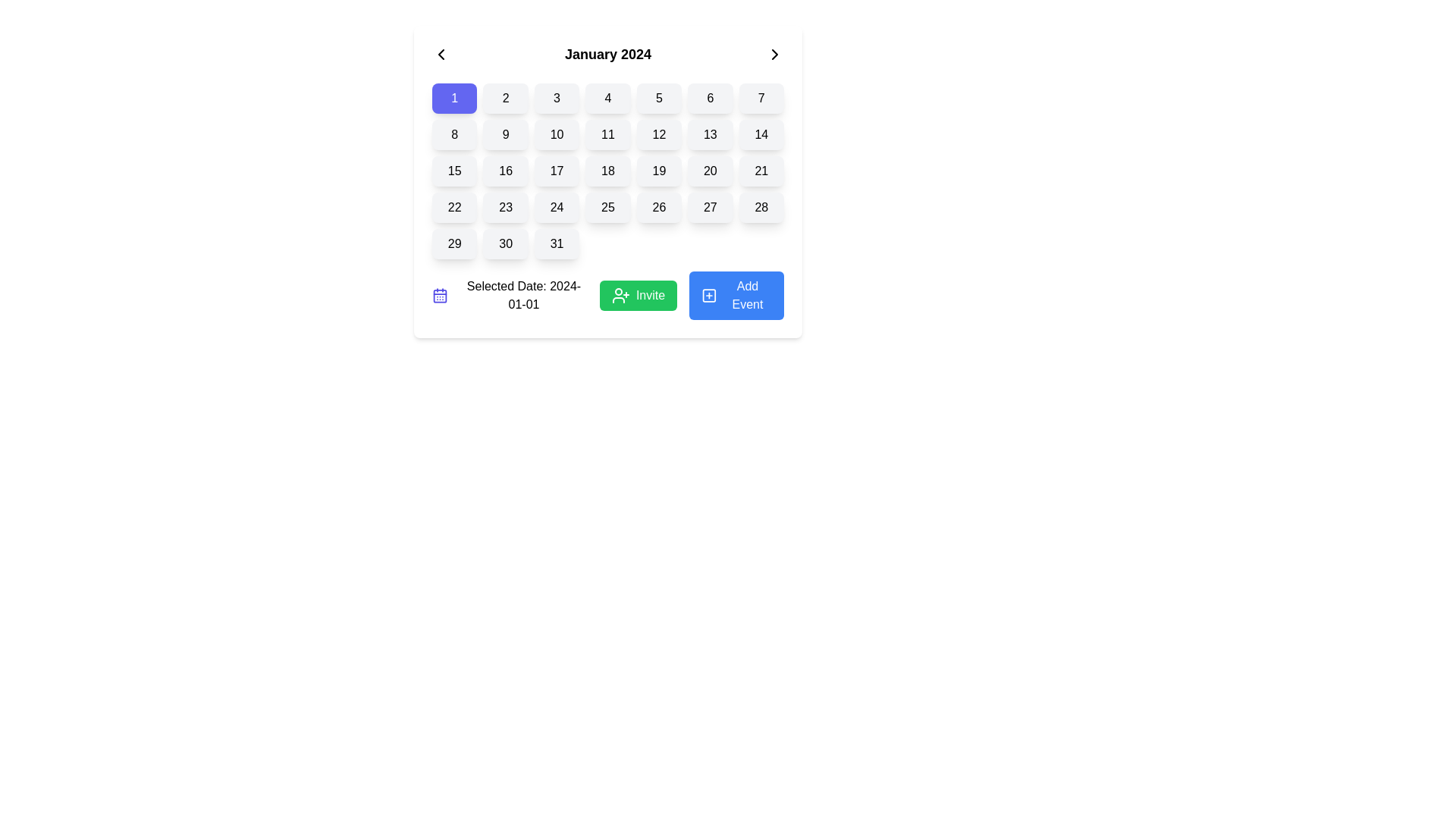  What do you see at coordinates (506, 99) in the screenshot?
I see `the button representing the second day in the calendar grid` at bounding box center [506, 99].